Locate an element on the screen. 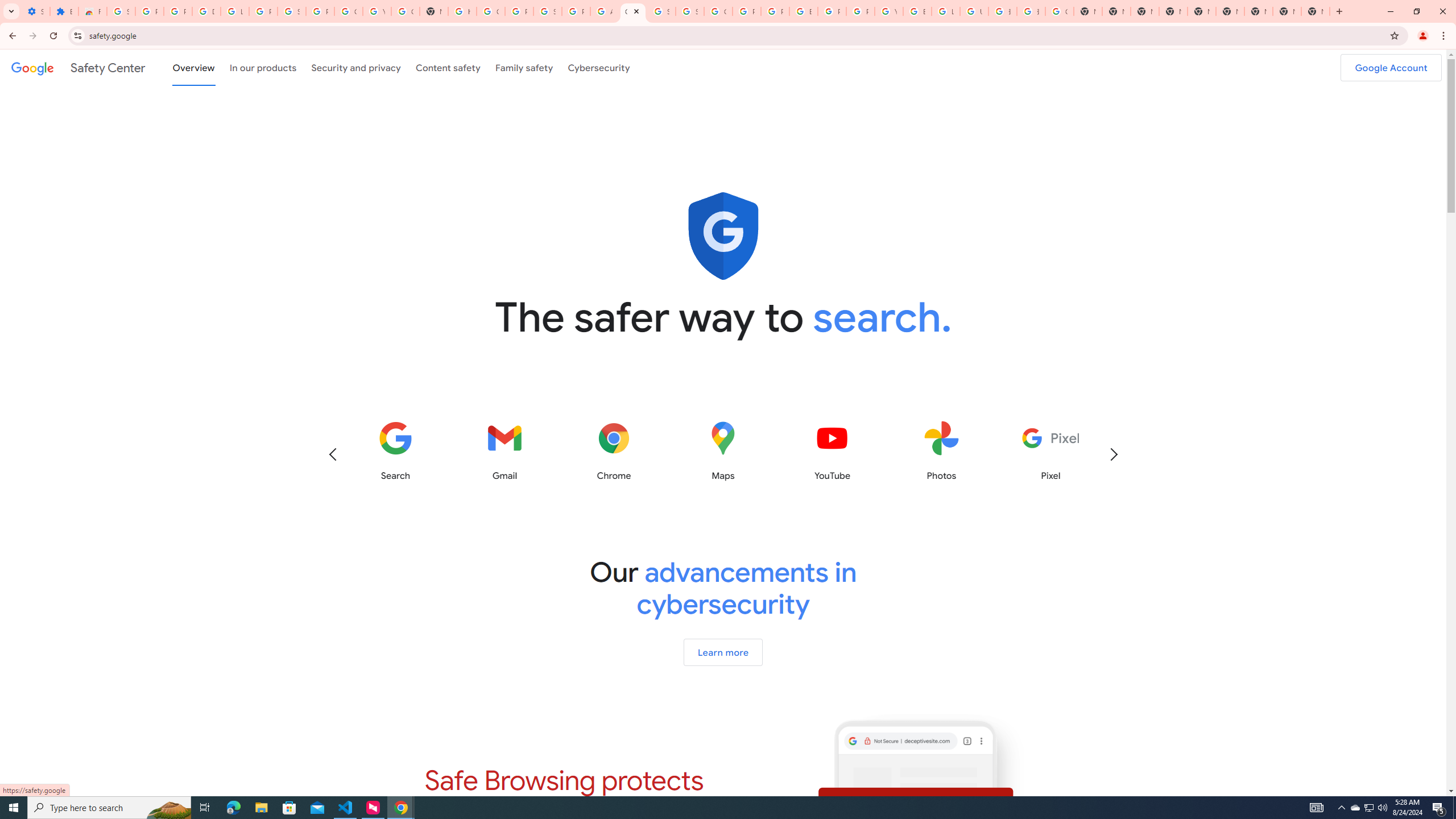 The width and height of the screenshot is (1456, 819). 'Learn how to find your photos - Google Photos Help' is located at coordinates (234, 11).